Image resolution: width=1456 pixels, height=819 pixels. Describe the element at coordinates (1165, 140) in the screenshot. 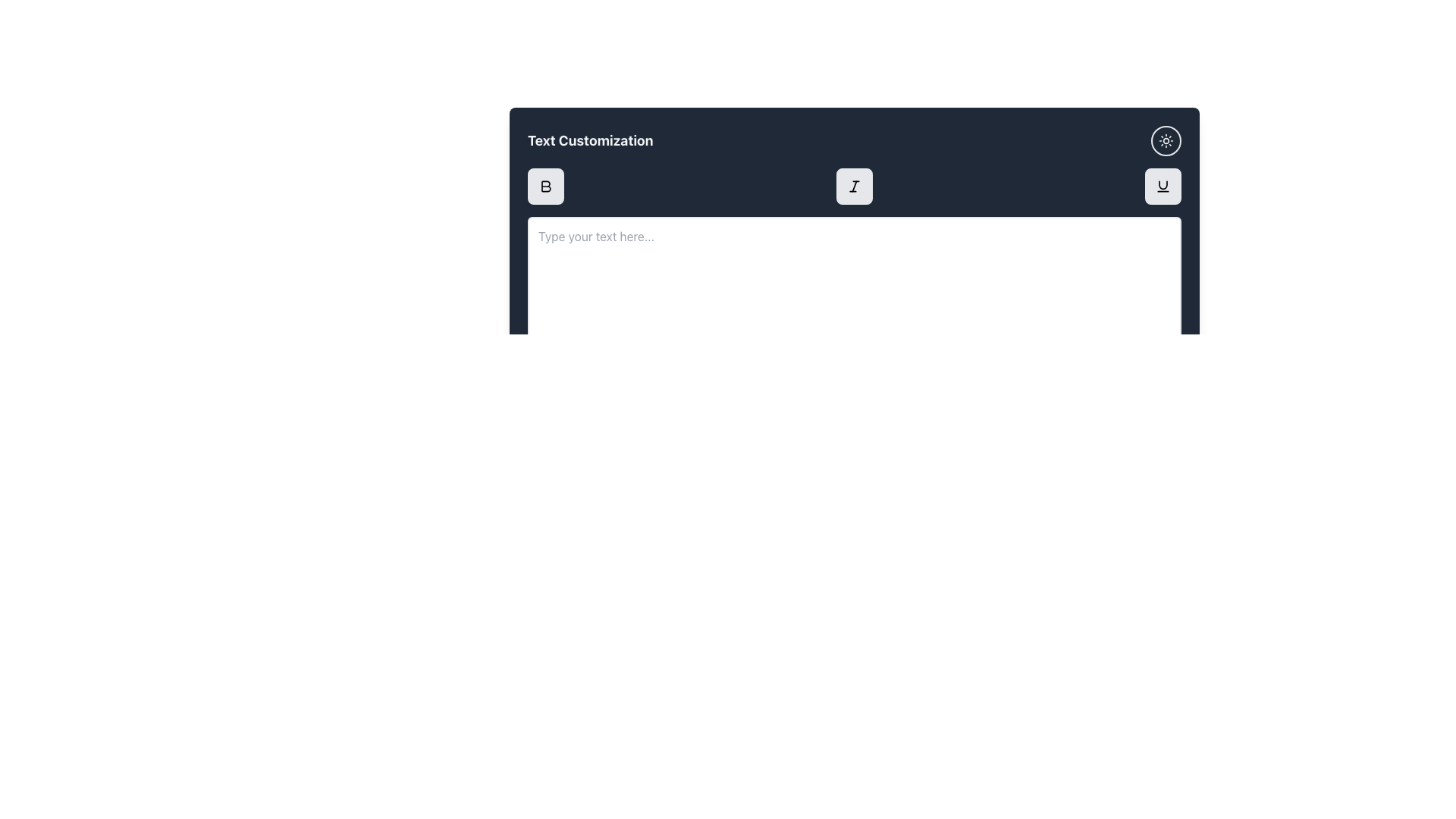

I see `the central sun icon that toggles settings related to light, brightness, or themes in the application` at that location.